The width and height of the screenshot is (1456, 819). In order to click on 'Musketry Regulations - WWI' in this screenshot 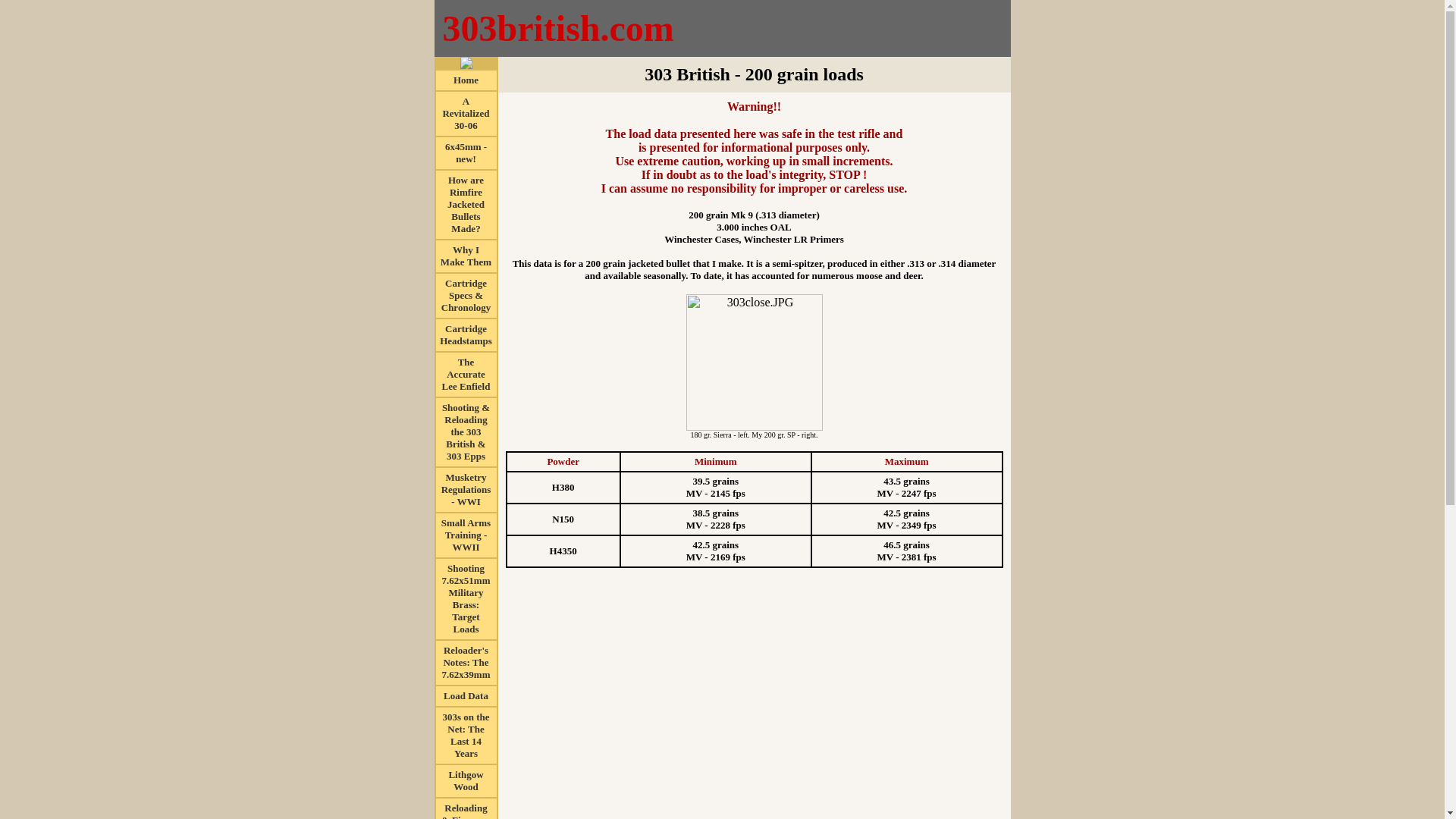, I will do `click(465, 488)`.